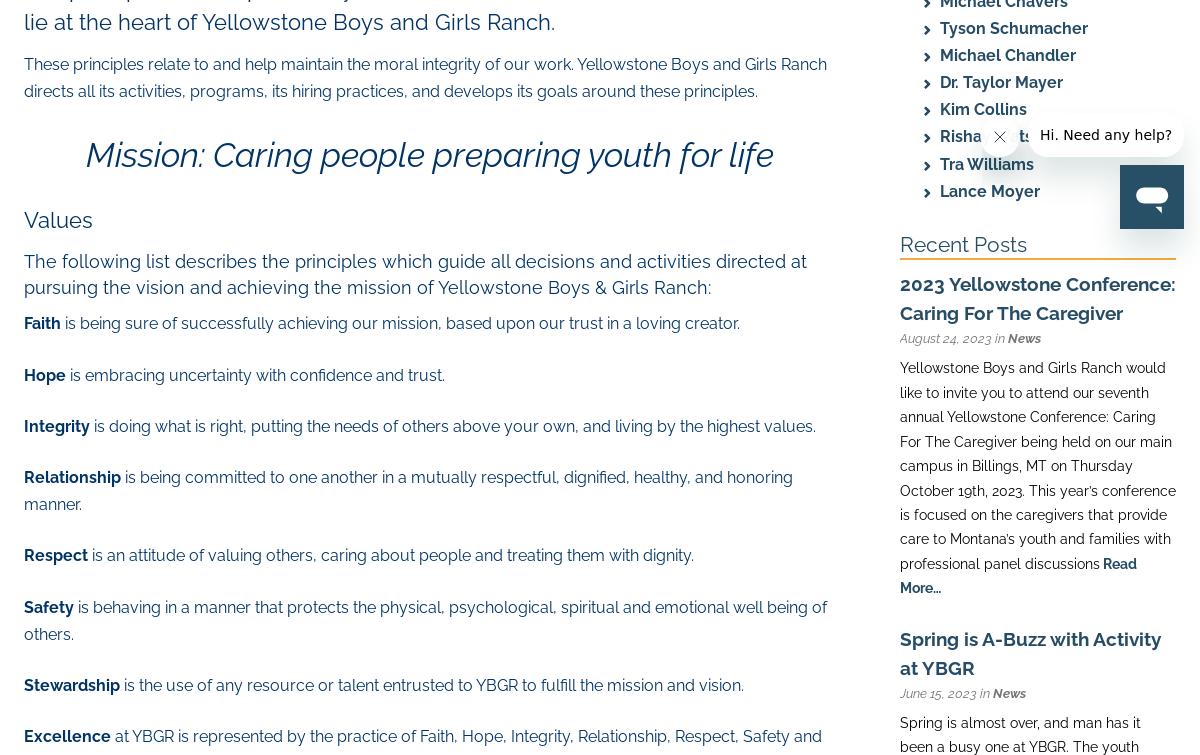  What do you see at coordinates (900, 574) in the screenshot?
I see `'Read More…'` at bounding box center [900, 574].